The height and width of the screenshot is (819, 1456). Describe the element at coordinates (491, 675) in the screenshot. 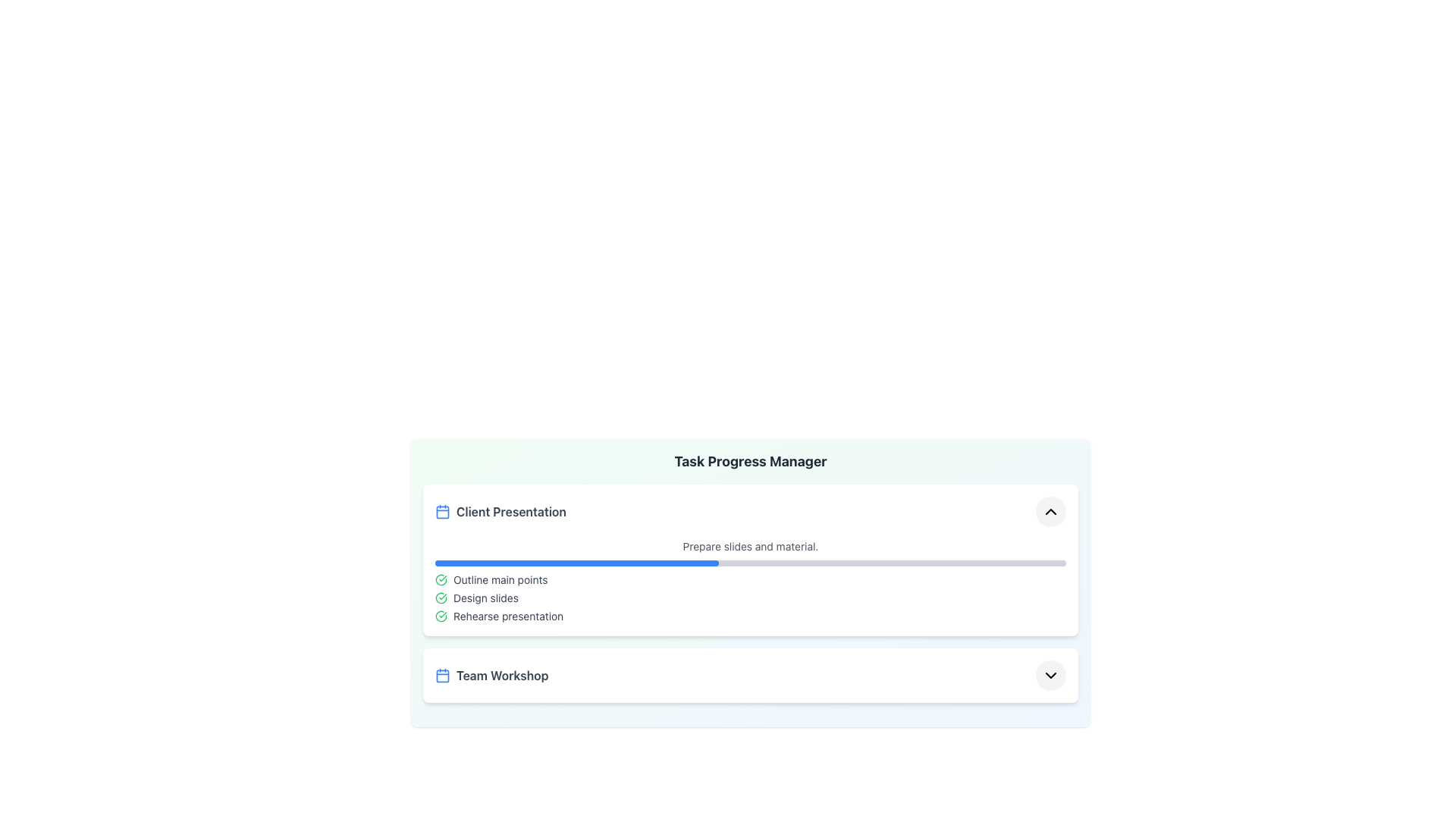

I see `the 'Team Workshop' text label with a blue calendar icon` at that location.